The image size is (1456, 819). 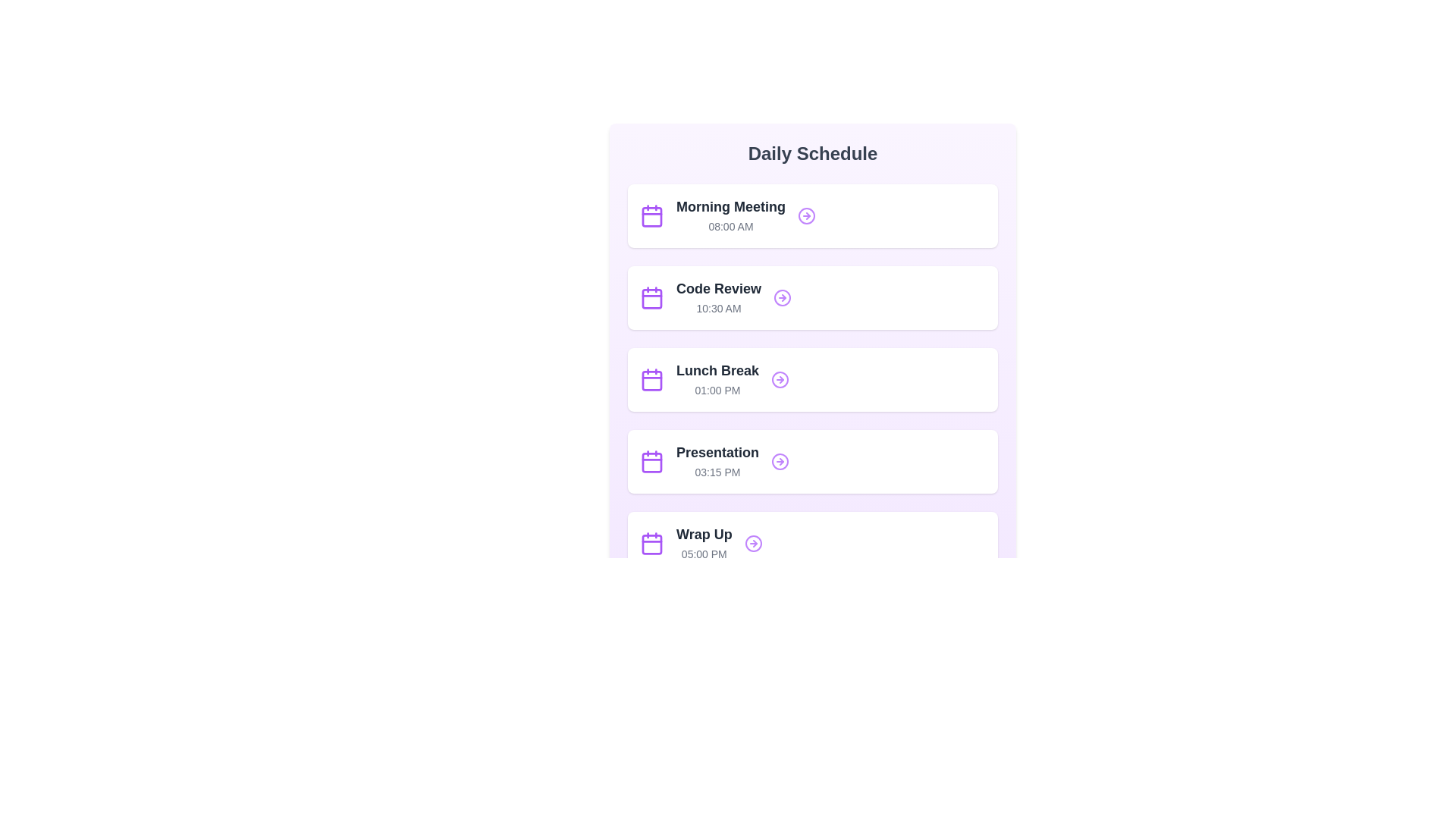 I want to click on the heading text displaying 'Daily Schedule' which is bold and large, positioned at the top of the schedule interface, so click(x=811, y=154).